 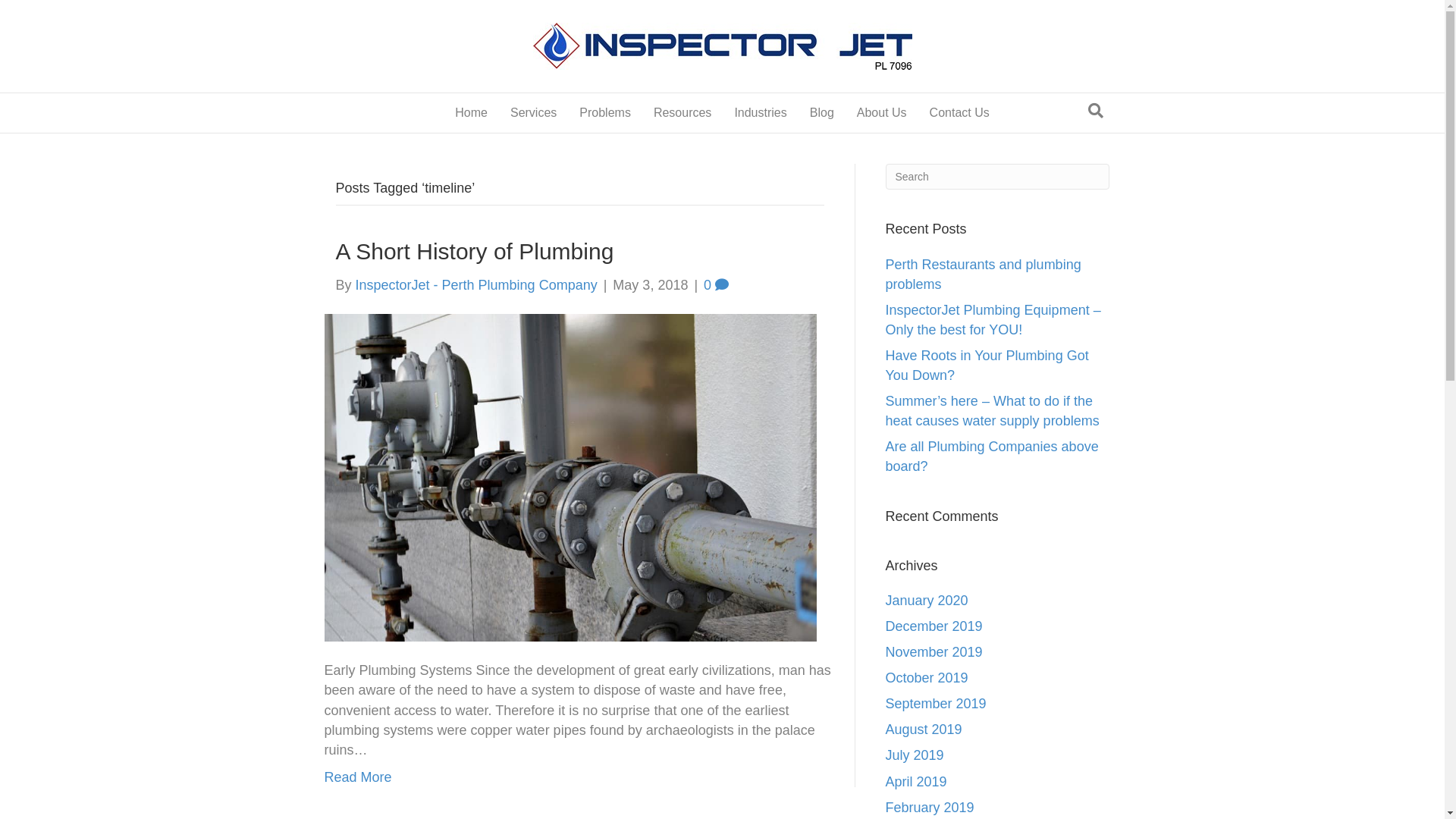 What do you see at coordinates (929, 806) in the screenshot?
I see `'February 2019'` at bounding box center [929, 806].